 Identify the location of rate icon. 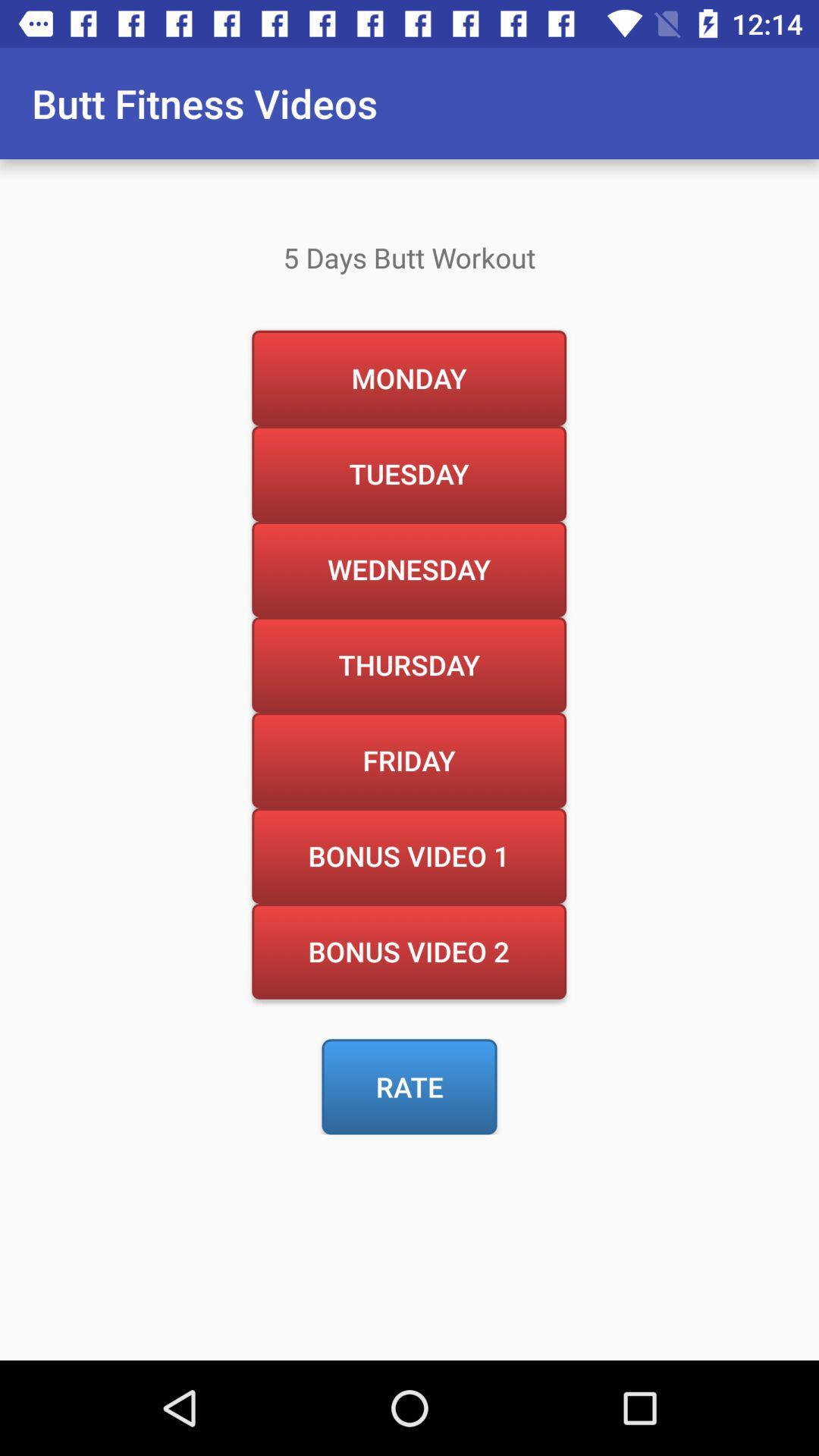
(409, 1086).